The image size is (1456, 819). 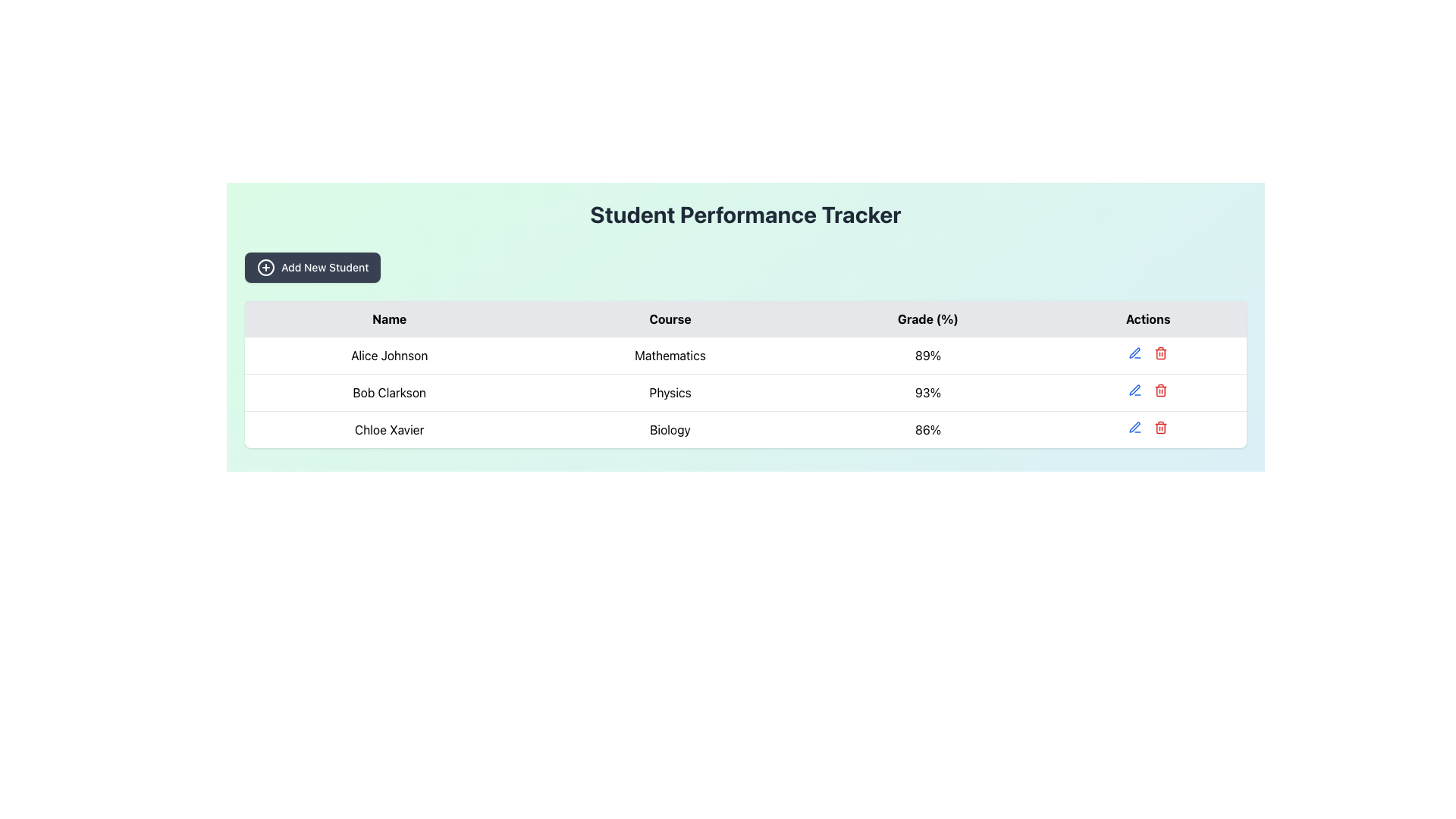 What do you see at coordinates (669, 356) in the screenshot?
I see `the text label displaying the course name for the student 'Alice Johnson', located in the second column of the corresponding row under the 'Course' header` at bounding box center [669, 356].